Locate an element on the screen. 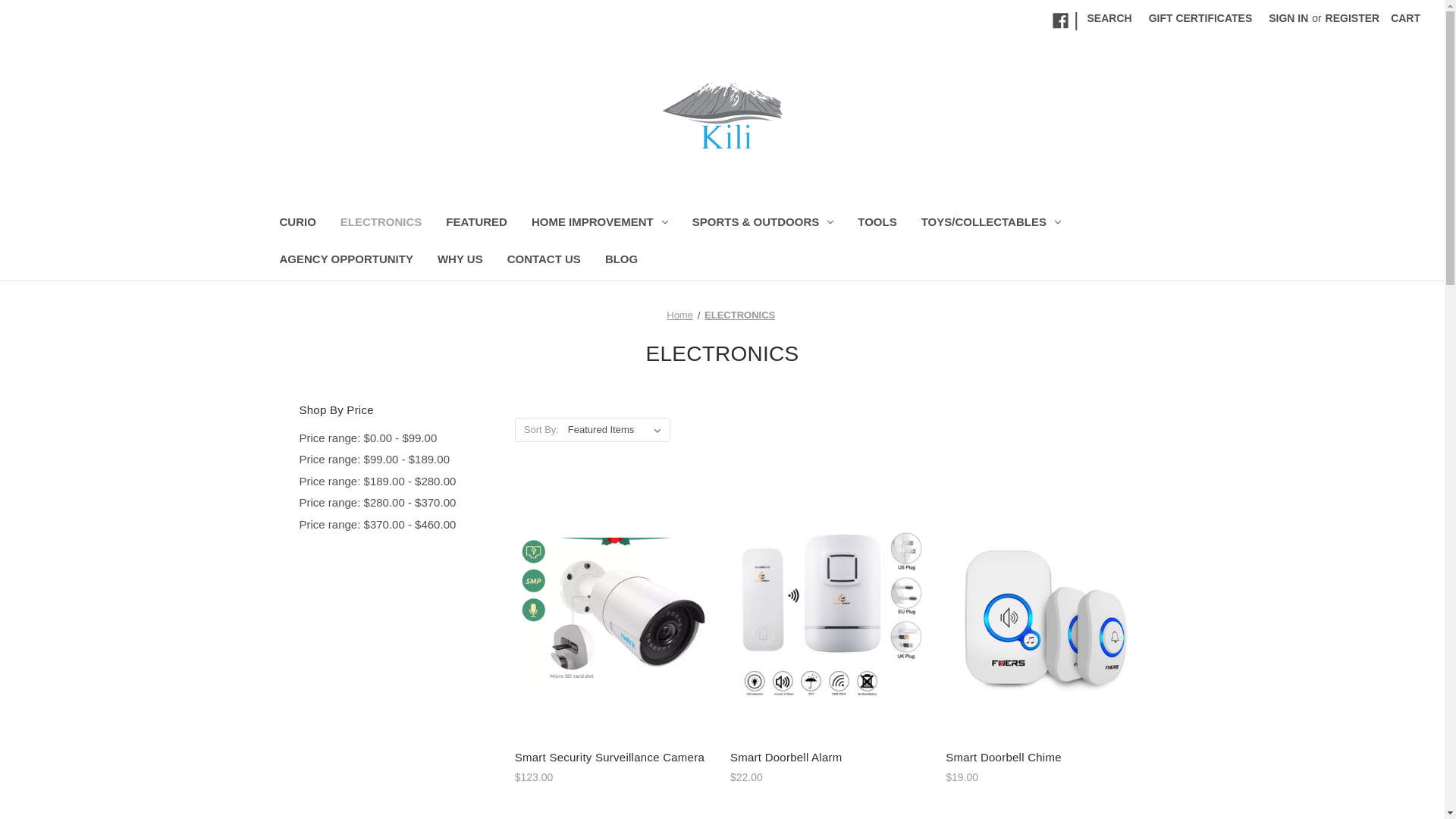 The height and width of the screenshot is (819, 1456). 'WHY US' is located at coordinates (459, 260).